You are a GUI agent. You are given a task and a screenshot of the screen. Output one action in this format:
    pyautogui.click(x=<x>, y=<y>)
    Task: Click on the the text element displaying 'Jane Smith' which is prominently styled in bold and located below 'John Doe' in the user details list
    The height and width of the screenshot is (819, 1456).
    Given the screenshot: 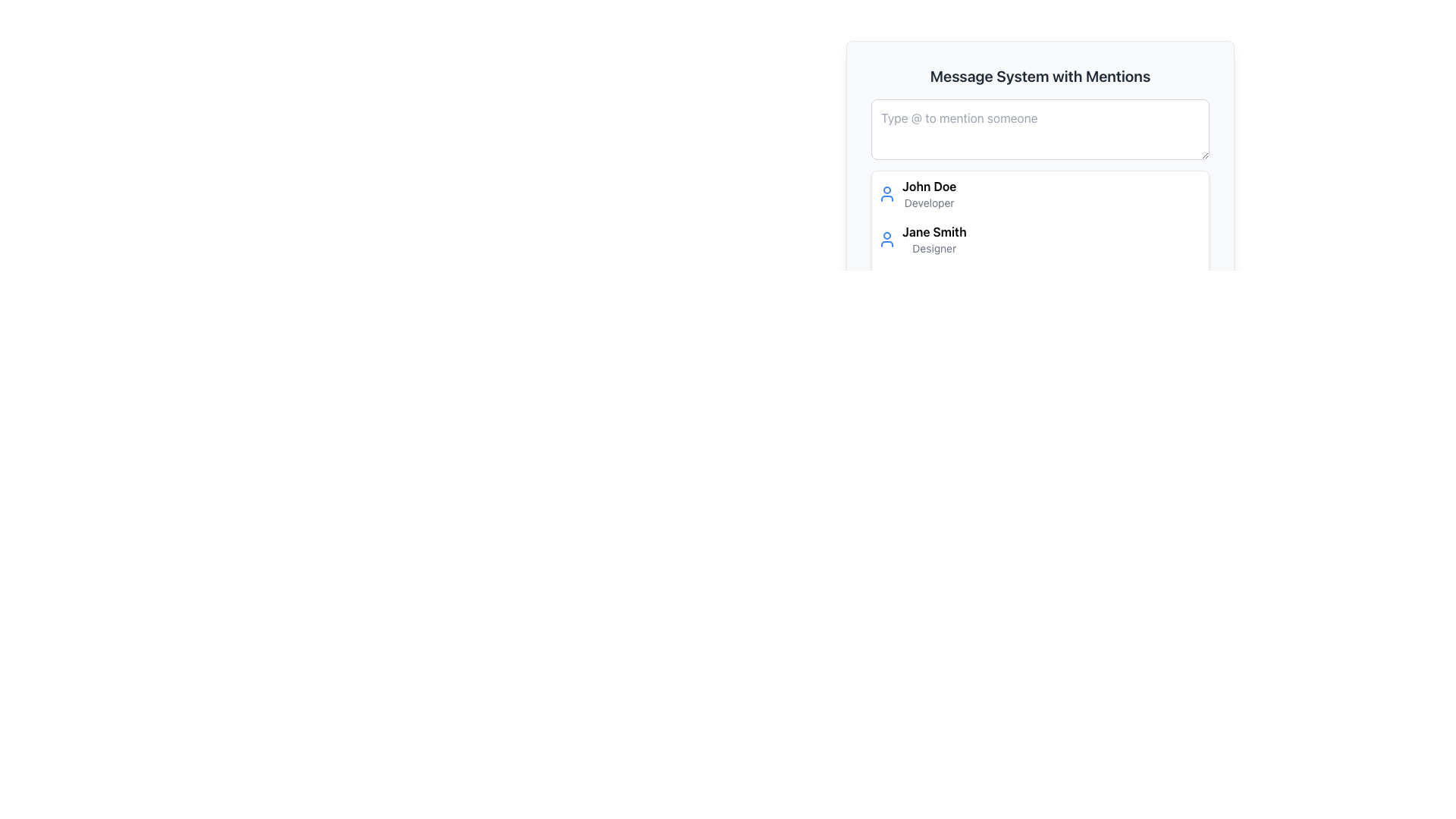 What is the action you would take?
    pyautogui.click(x=934, y=231)
    